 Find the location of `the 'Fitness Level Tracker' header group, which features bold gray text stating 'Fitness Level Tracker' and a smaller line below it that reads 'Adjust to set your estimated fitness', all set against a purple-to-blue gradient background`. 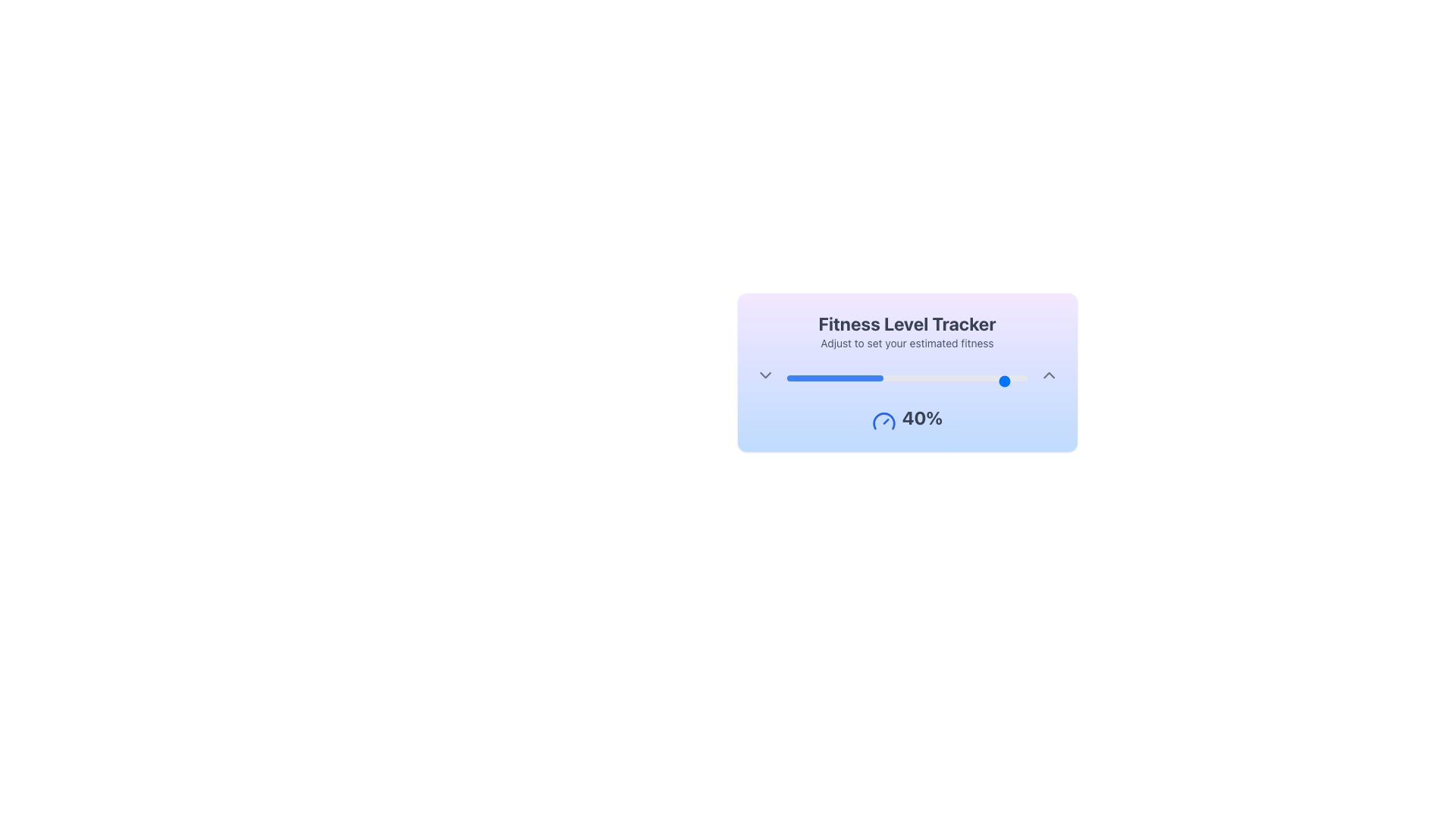

the 'Fitness Level Tracker' header group, which features bold gray text stating 'Fitness Level Tracker' and a smaller line below it that reads 'Adjust to set your estimated fitness', all set against a purple-to-blue gradient background is located at coordinates (907, 330).